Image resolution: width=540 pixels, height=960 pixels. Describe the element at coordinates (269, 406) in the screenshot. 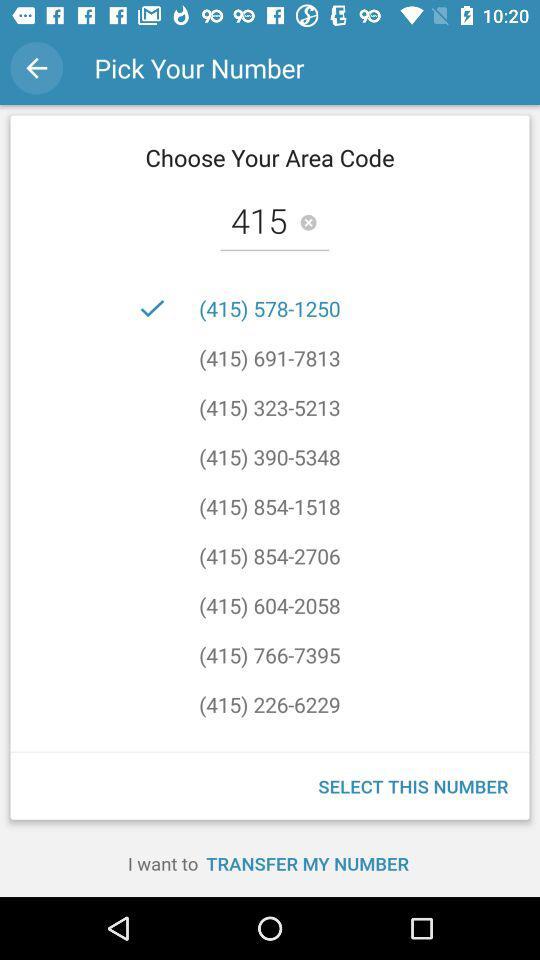

I see `the item above the (415) 390-5348 icon` at that location.